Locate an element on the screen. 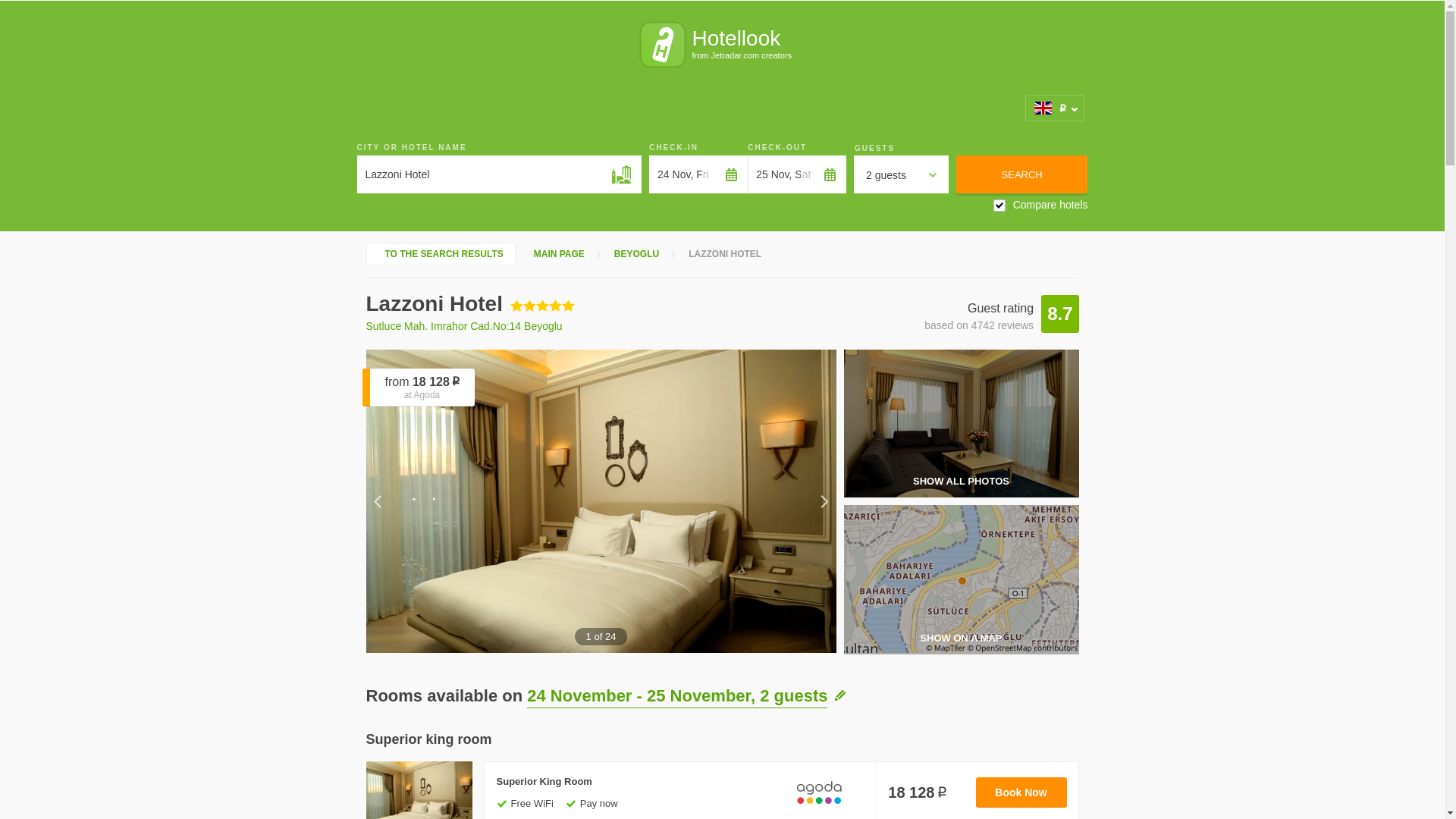 This screenshot has height=819, width=1456. 'Hotellook is located at coordinates (720, 43).